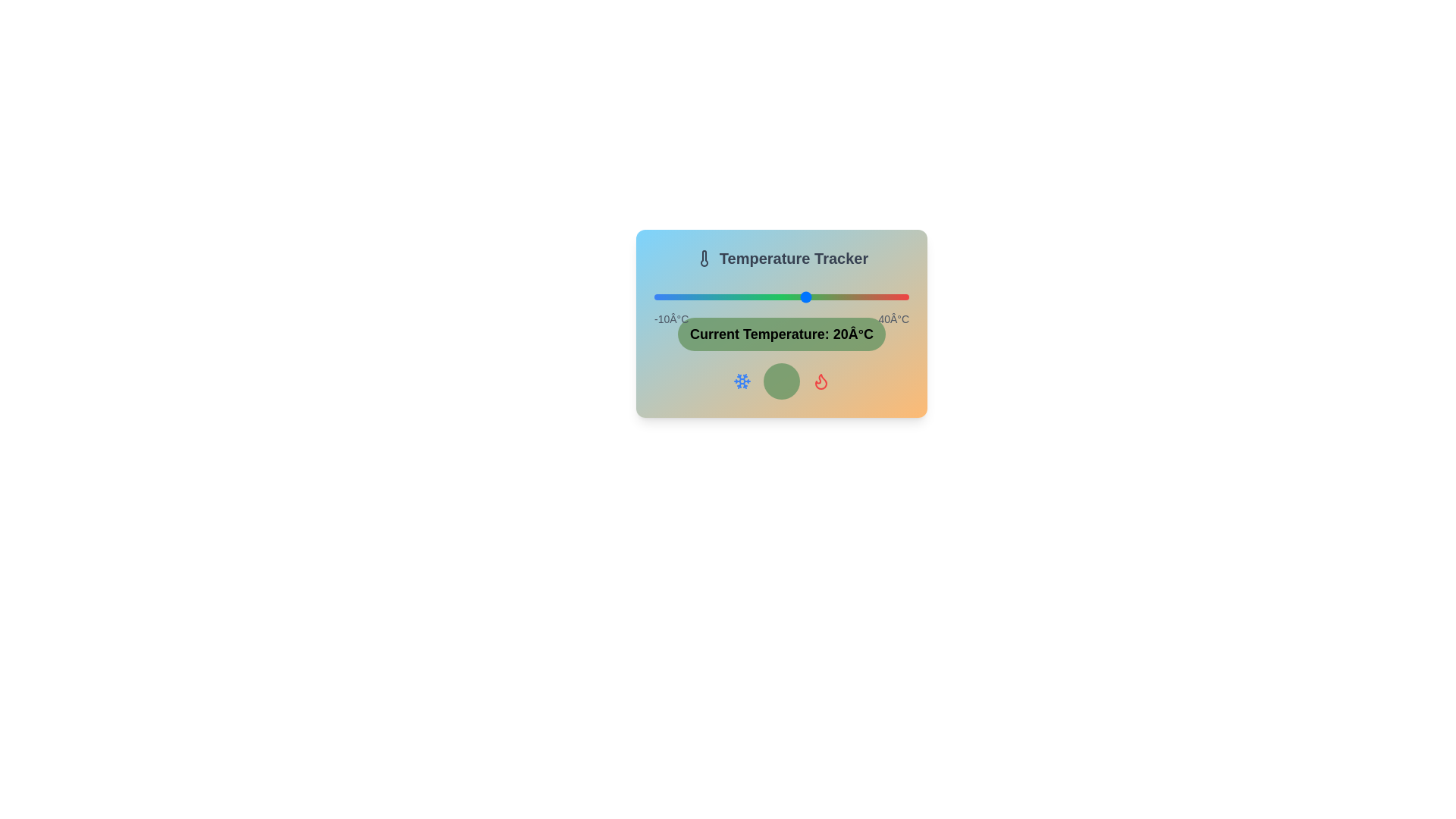 This screenshot has height=819, width=1456. I want to click on the temperature slider to set the temperature to 16°C, so click(786, 297).